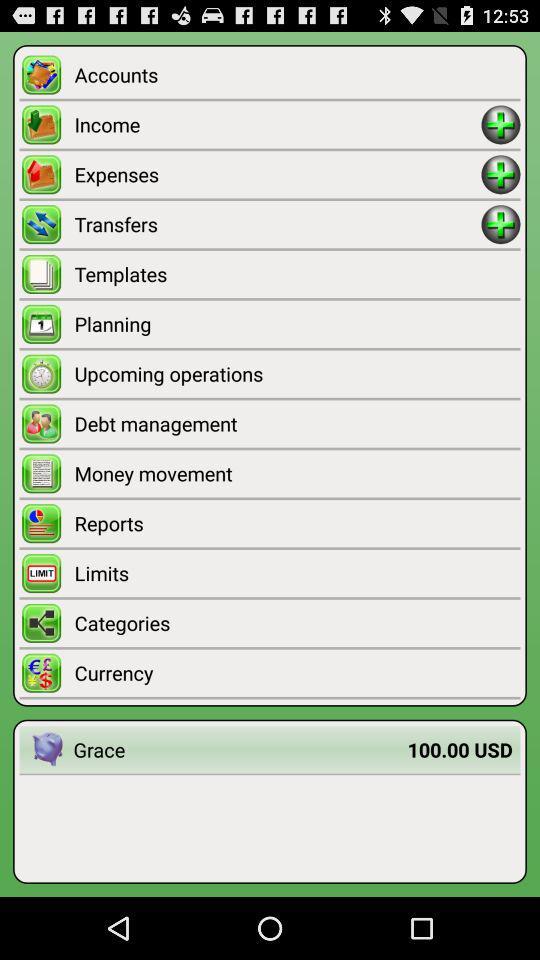 The image size is (540, 960). Describe the element at coordinates (460, 748) in the screenshot. I see `app to the right of the grace app` at that location.